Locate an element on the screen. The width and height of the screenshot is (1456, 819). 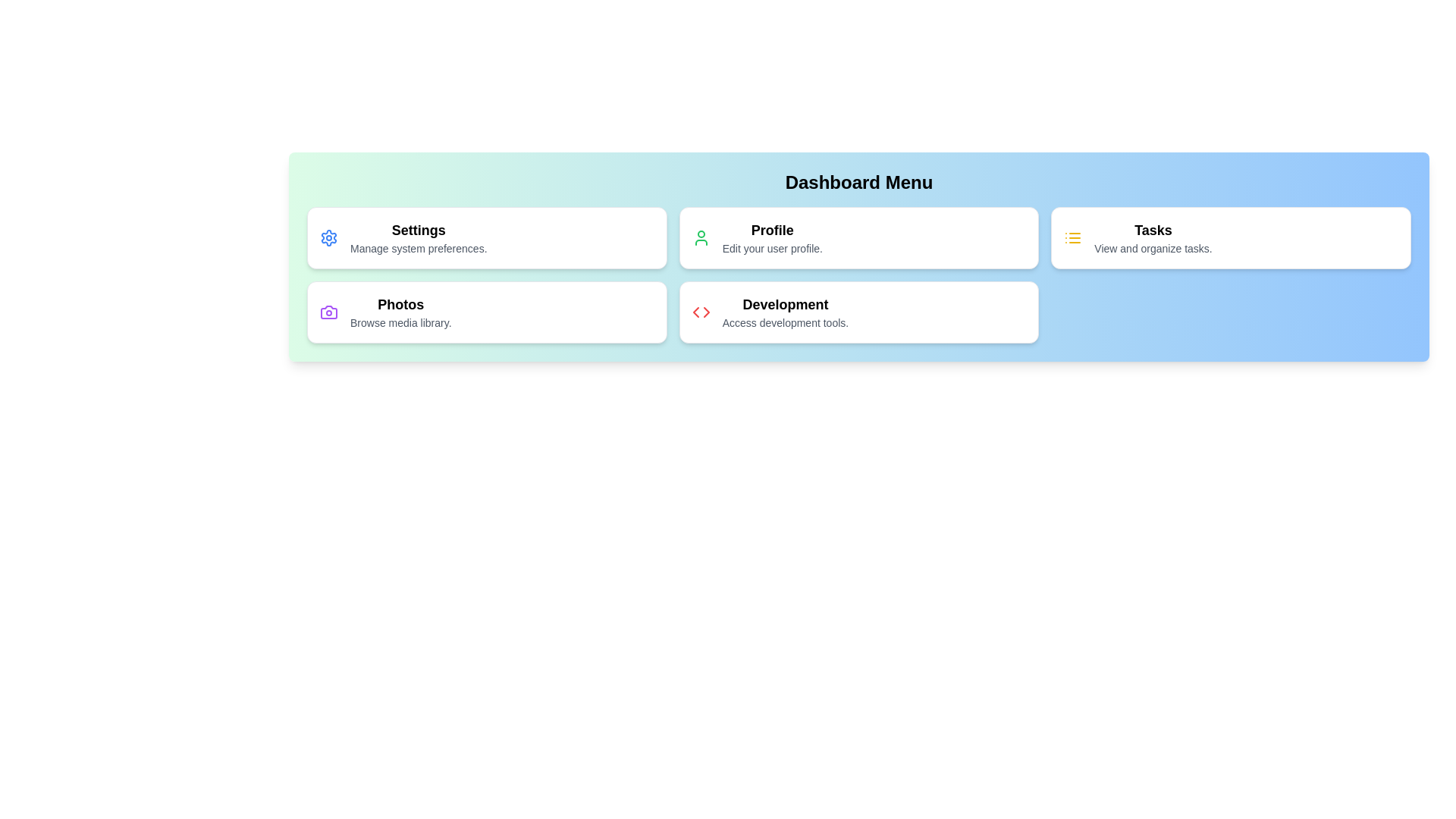
the menu item corresponding to Tasks is located at coordinates (1231, 237).